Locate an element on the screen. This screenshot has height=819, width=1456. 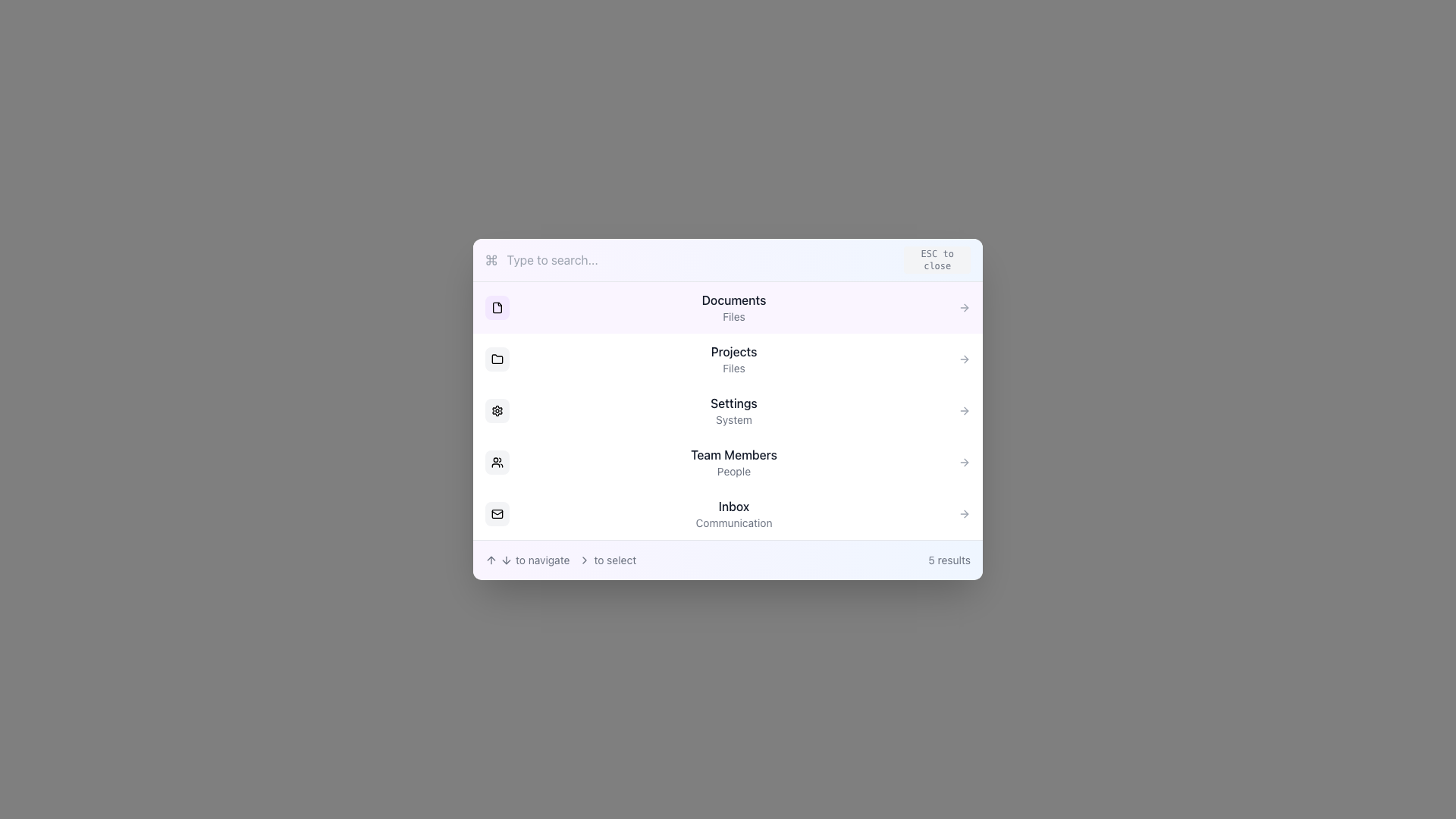
the arrow graphic shape SVG icon located on the right side of the 'Documents' label is located at coordinates (965, 307).